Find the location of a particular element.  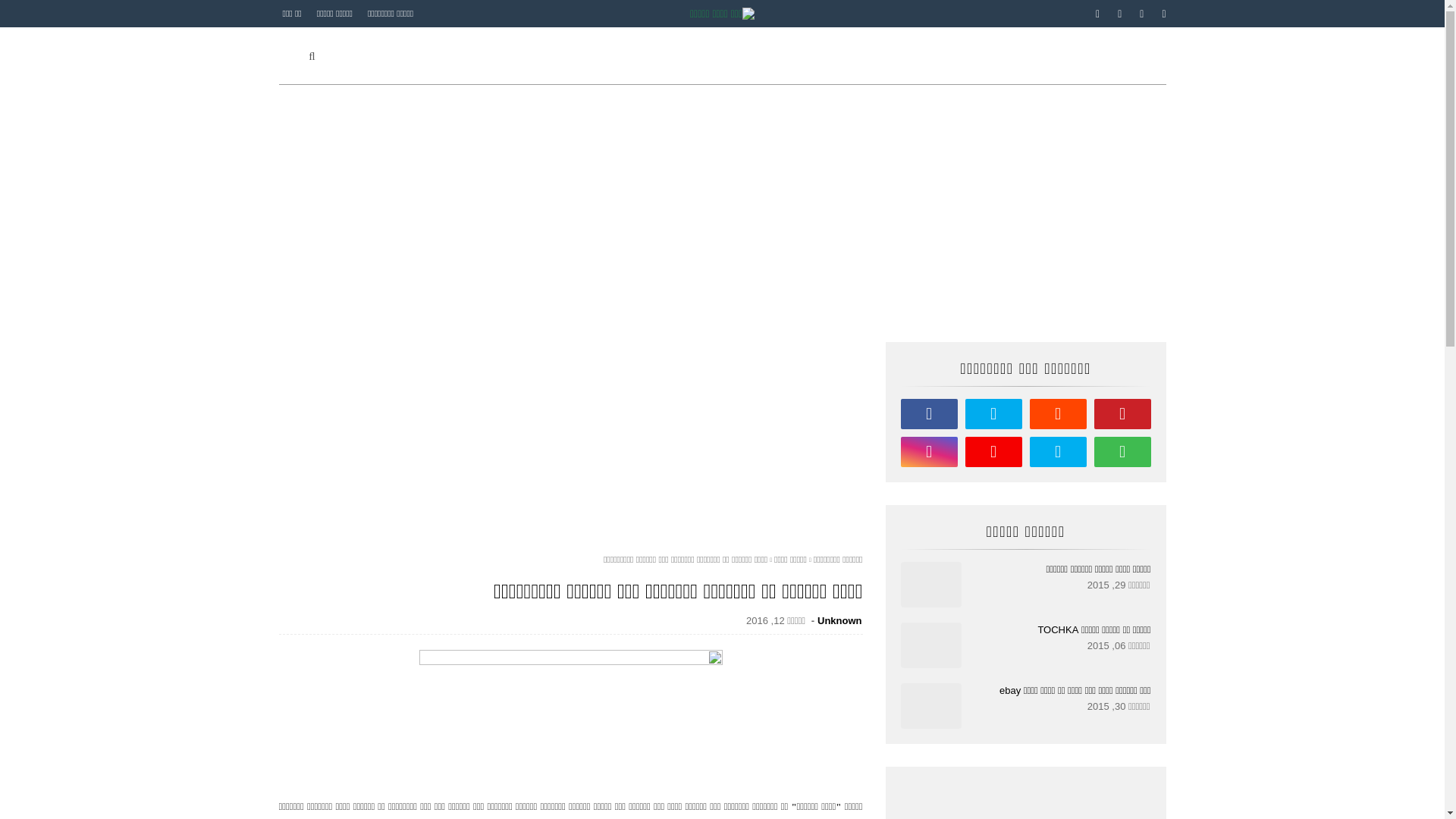

'pinterest' is located at coordinates (1122, 414).